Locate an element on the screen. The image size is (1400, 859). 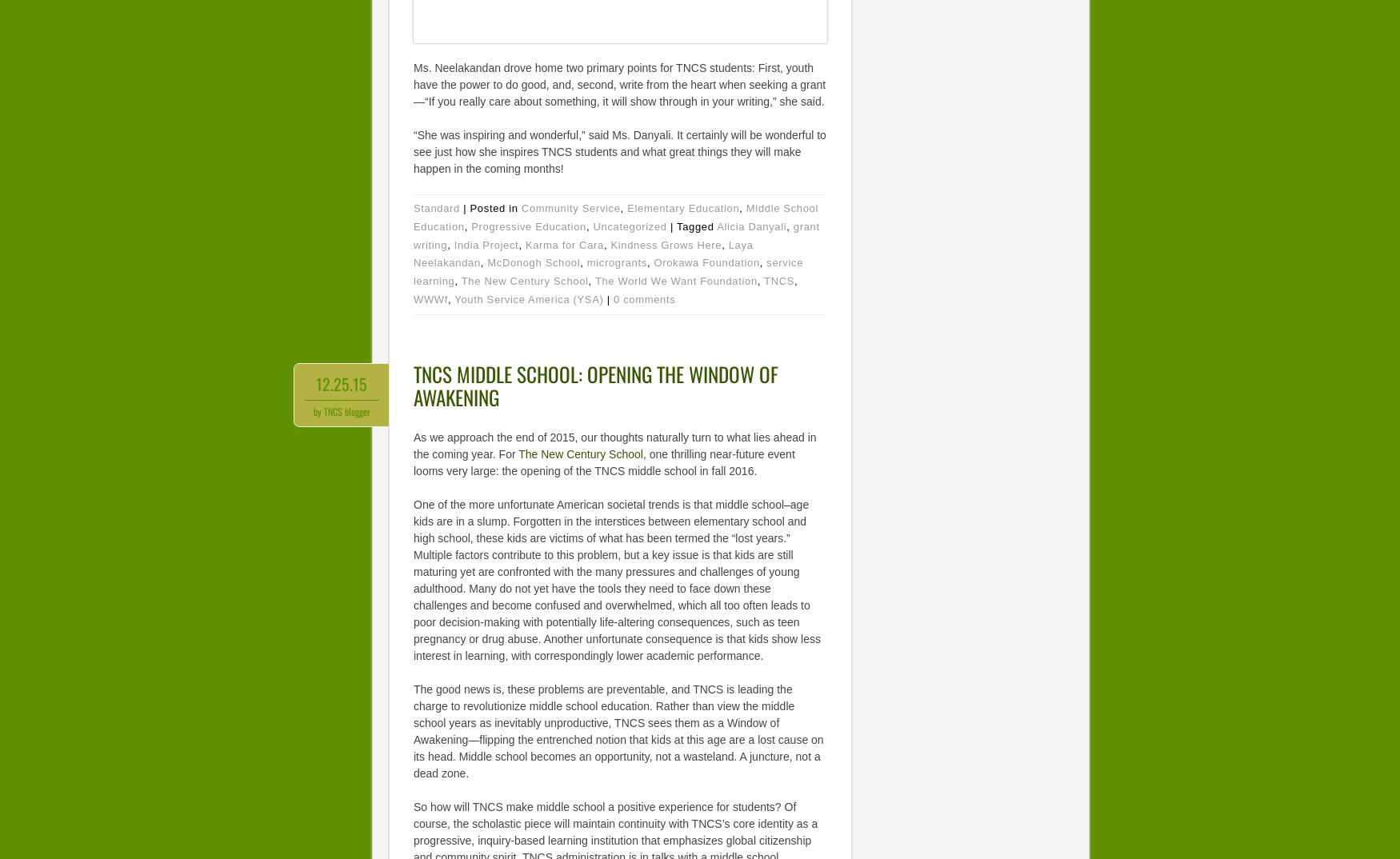
'India Project' is located at coordinates (486, 244).